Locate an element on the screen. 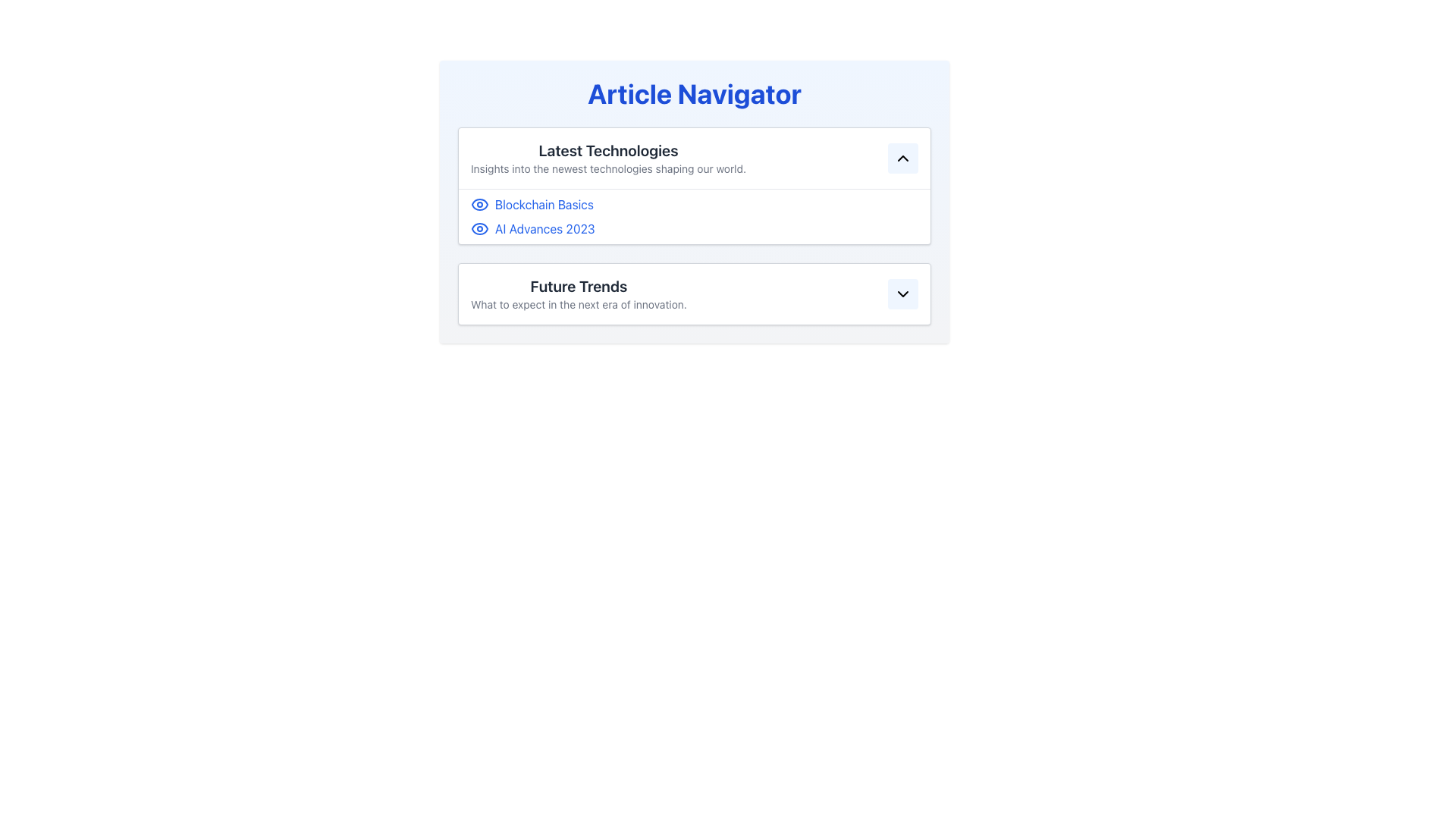 The image size is (1456, 819). the text label displaying 'Latest Technologies' in bold and large dark gray font, which is prominently positioned at the top of the interface is located at coordinates (608, 151).